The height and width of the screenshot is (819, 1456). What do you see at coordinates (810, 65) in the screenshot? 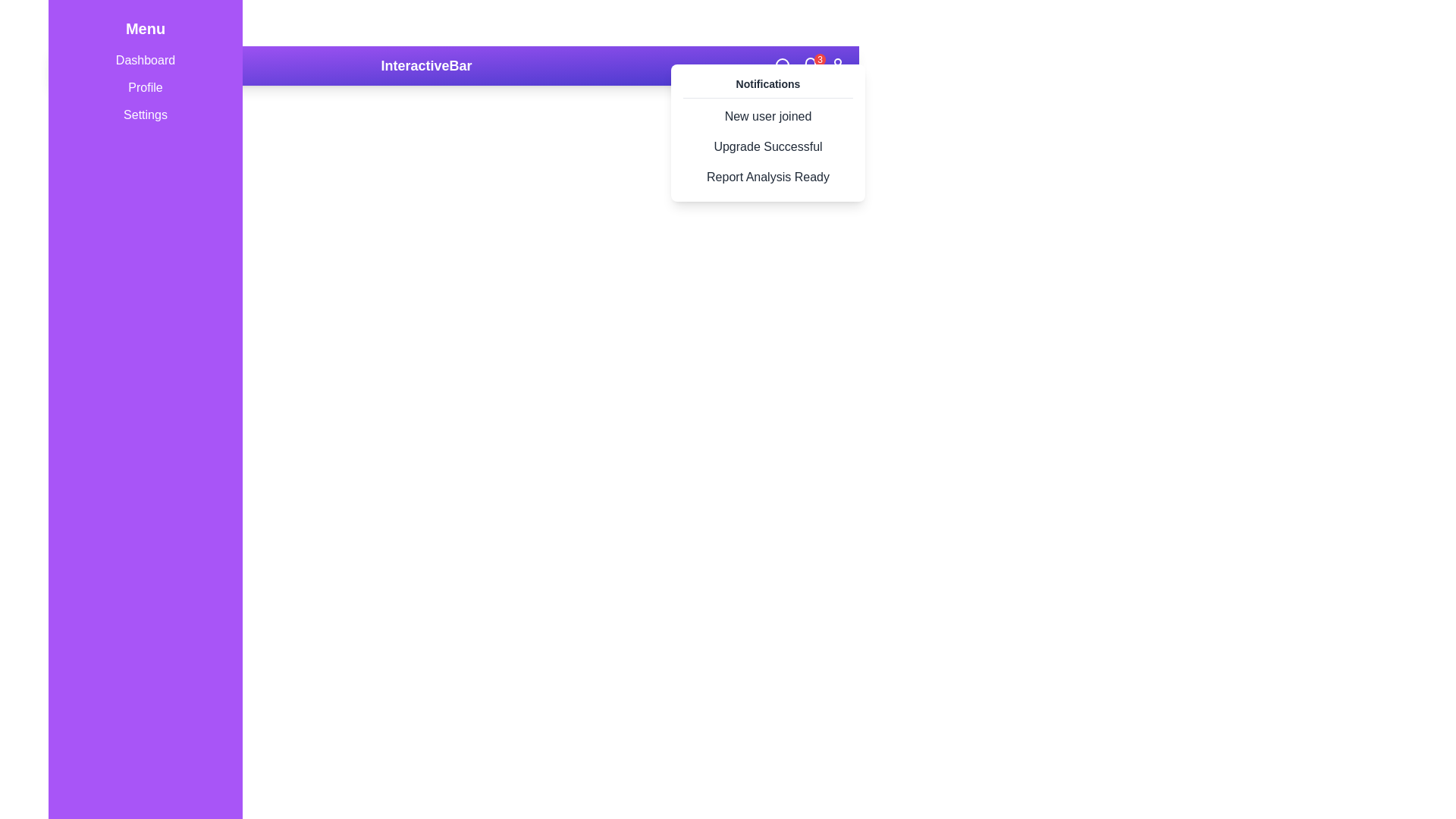
I see `the interactive bell icon with a red badge indicating 3 notifications` at bounding box center [810, 65].